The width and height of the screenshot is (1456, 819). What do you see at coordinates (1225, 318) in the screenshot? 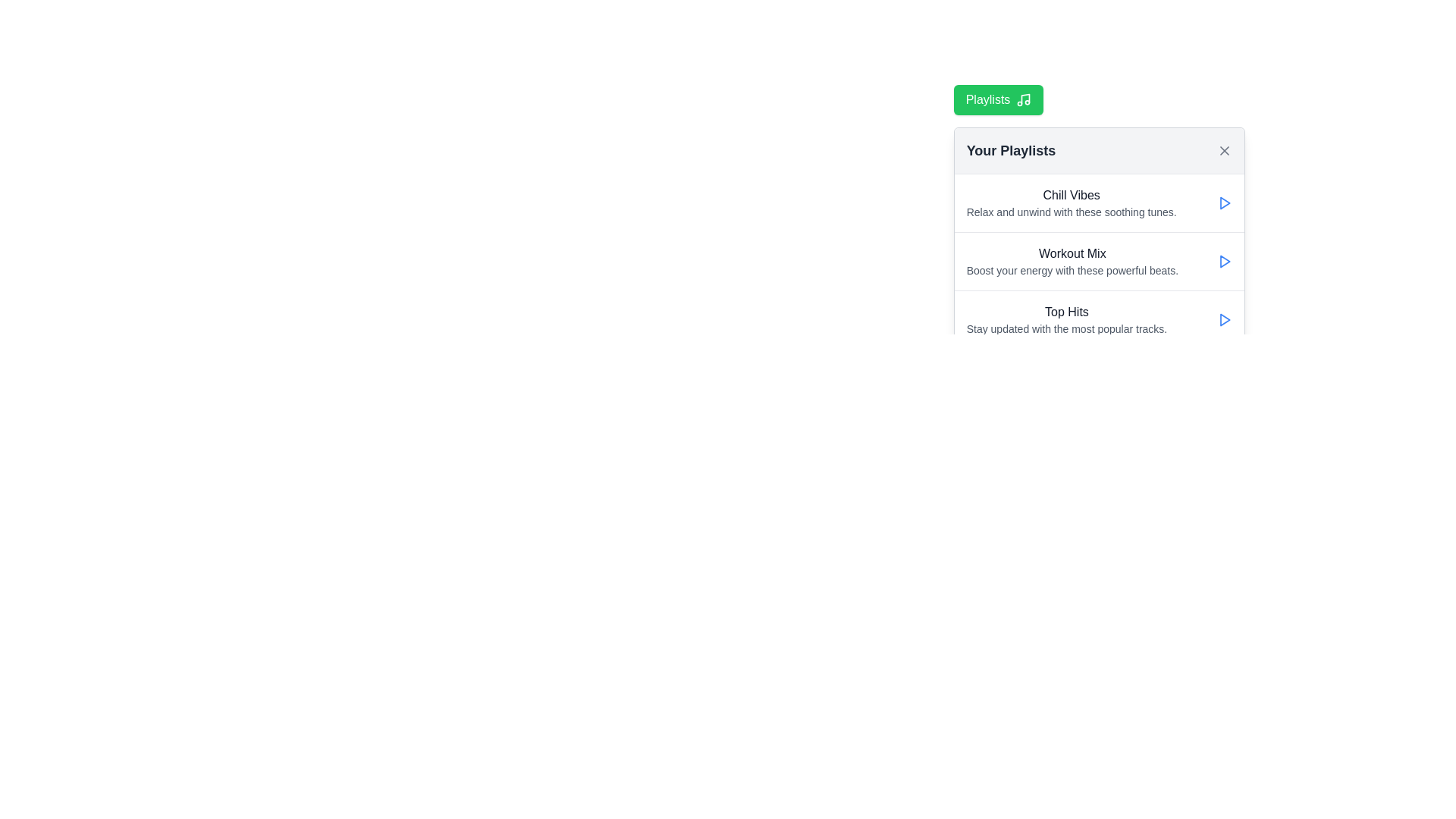
I see `the SVG graphic element resembling a play button located in the 'Your Playlists' section, to the right of the 'Chill Vibes' text entry` at bounding box center [1225, 318].